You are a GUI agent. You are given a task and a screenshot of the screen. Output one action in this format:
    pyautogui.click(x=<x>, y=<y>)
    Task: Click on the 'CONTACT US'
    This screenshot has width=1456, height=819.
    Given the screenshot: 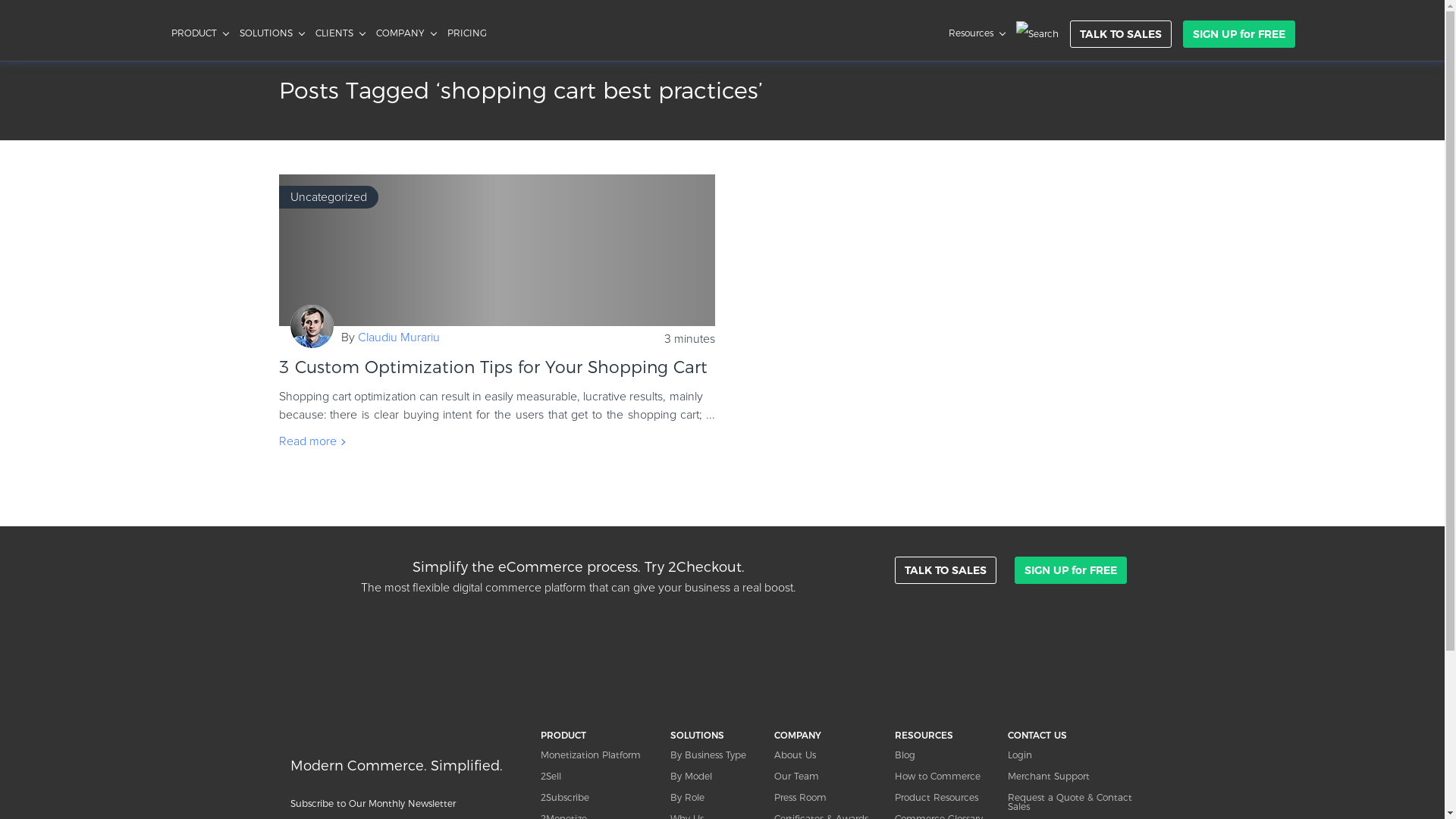 What is the action you would take?
    pyautogui.click(x=1080, y=734)
    